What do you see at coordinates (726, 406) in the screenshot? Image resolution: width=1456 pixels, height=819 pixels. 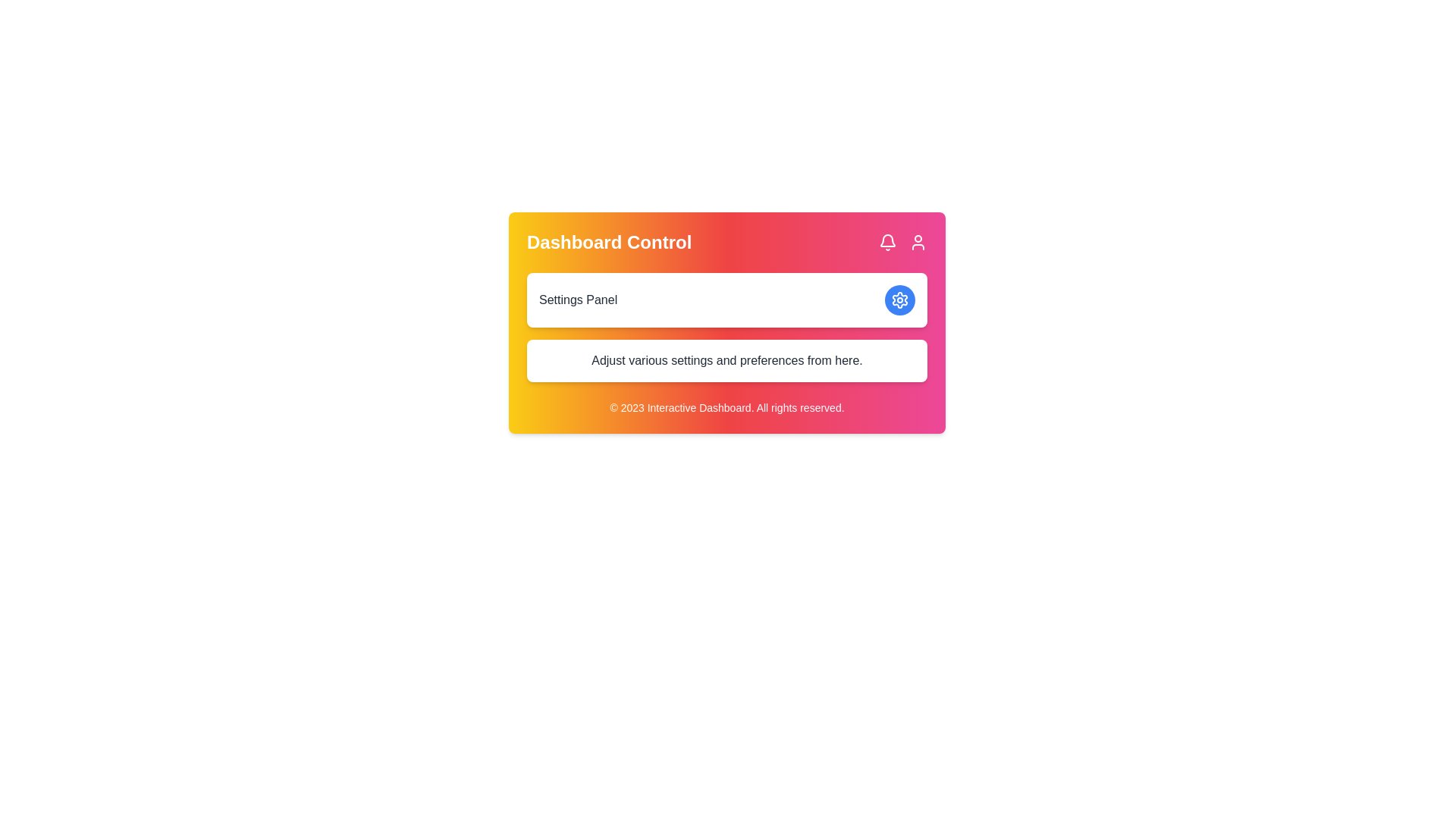 I see `the copyright notice text at the bottom of the Interactive Dashboard card for 2023, which is centered horizontally in its colorful gradient background` at bounding box center [726, 406].